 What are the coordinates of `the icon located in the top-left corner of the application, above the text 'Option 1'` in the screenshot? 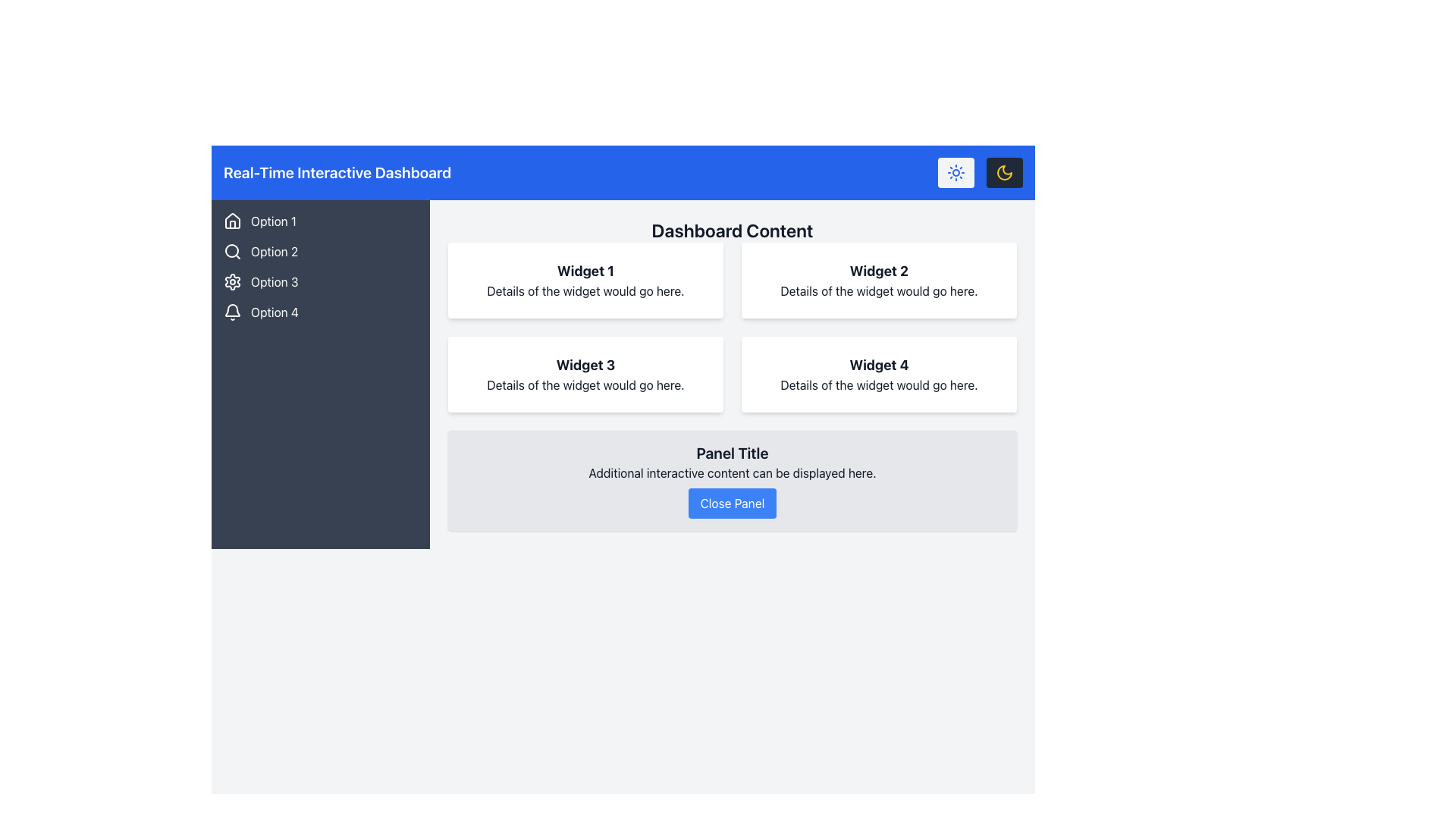 It's located at (232, 221).